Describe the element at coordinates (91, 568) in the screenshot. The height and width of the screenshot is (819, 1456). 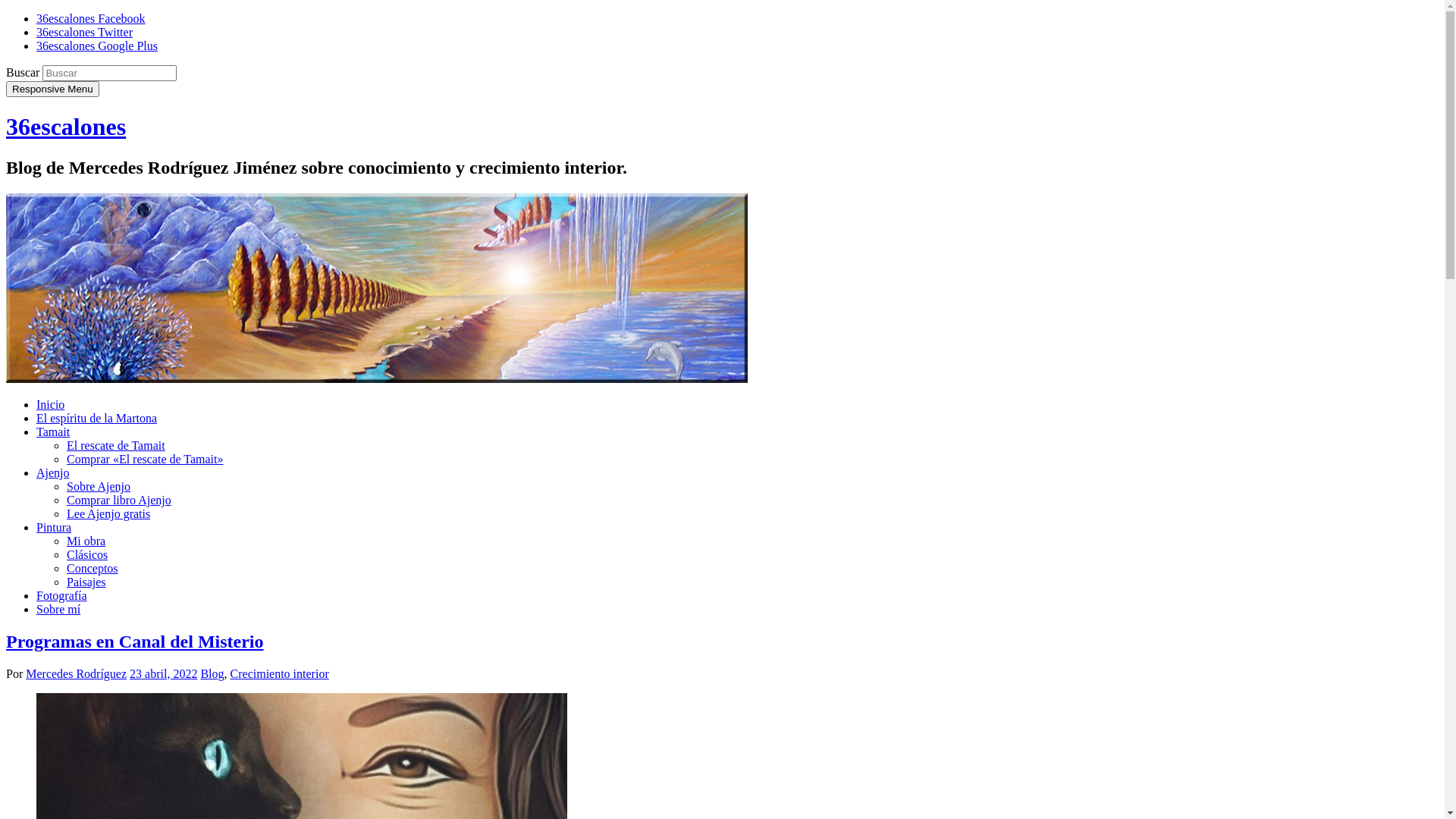
I see `'Conceptos'` at that location.